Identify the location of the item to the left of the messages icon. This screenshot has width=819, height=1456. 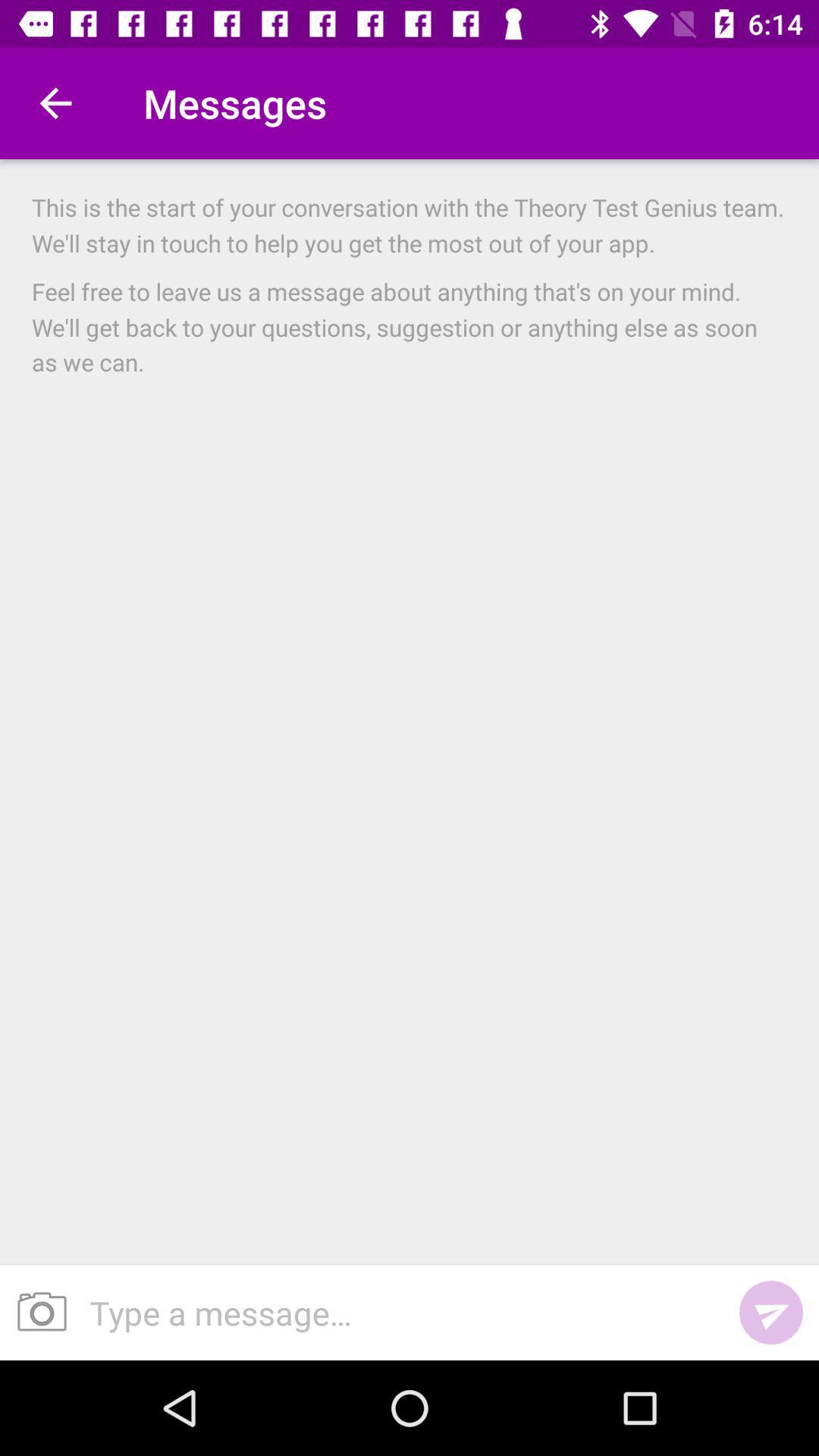
(55, 102).